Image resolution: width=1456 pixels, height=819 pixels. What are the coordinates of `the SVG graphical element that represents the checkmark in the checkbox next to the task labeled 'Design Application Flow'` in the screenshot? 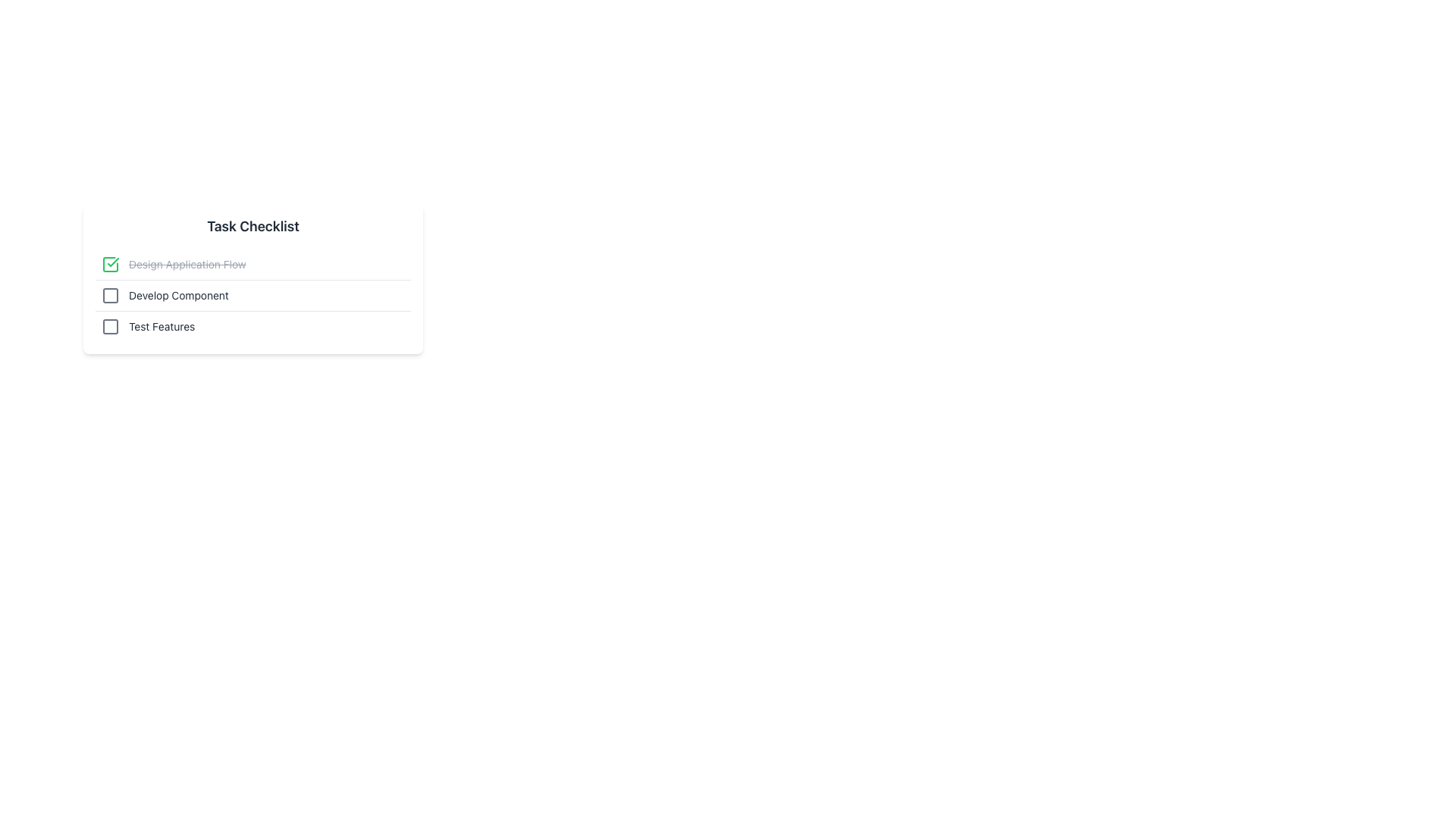 It's located at (109, 263).